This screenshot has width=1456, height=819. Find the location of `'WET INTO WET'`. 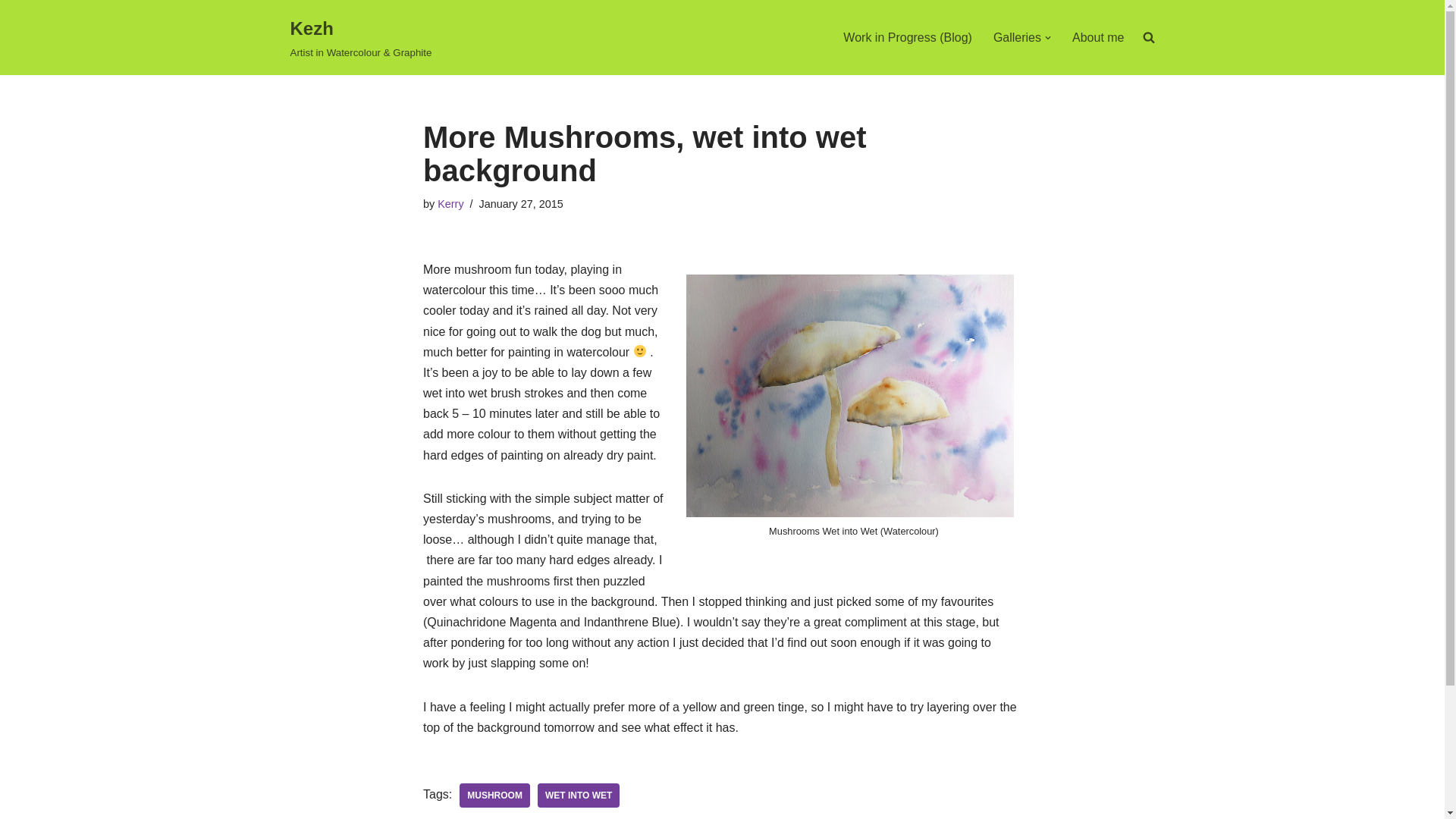

'WET INTO WET' is located at coordinates (538, 795).